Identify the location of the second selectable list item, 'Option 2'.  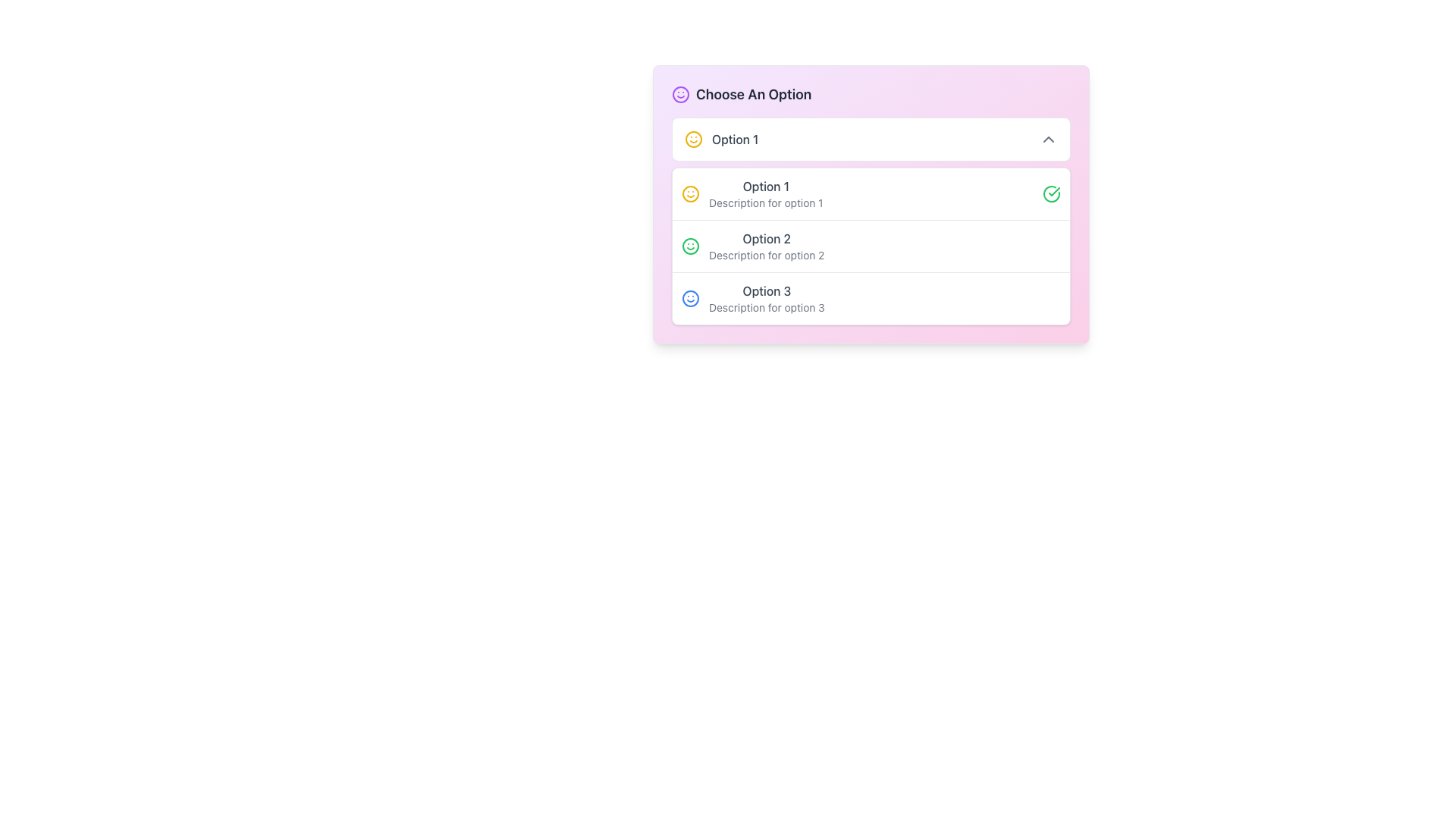
(871, 245).